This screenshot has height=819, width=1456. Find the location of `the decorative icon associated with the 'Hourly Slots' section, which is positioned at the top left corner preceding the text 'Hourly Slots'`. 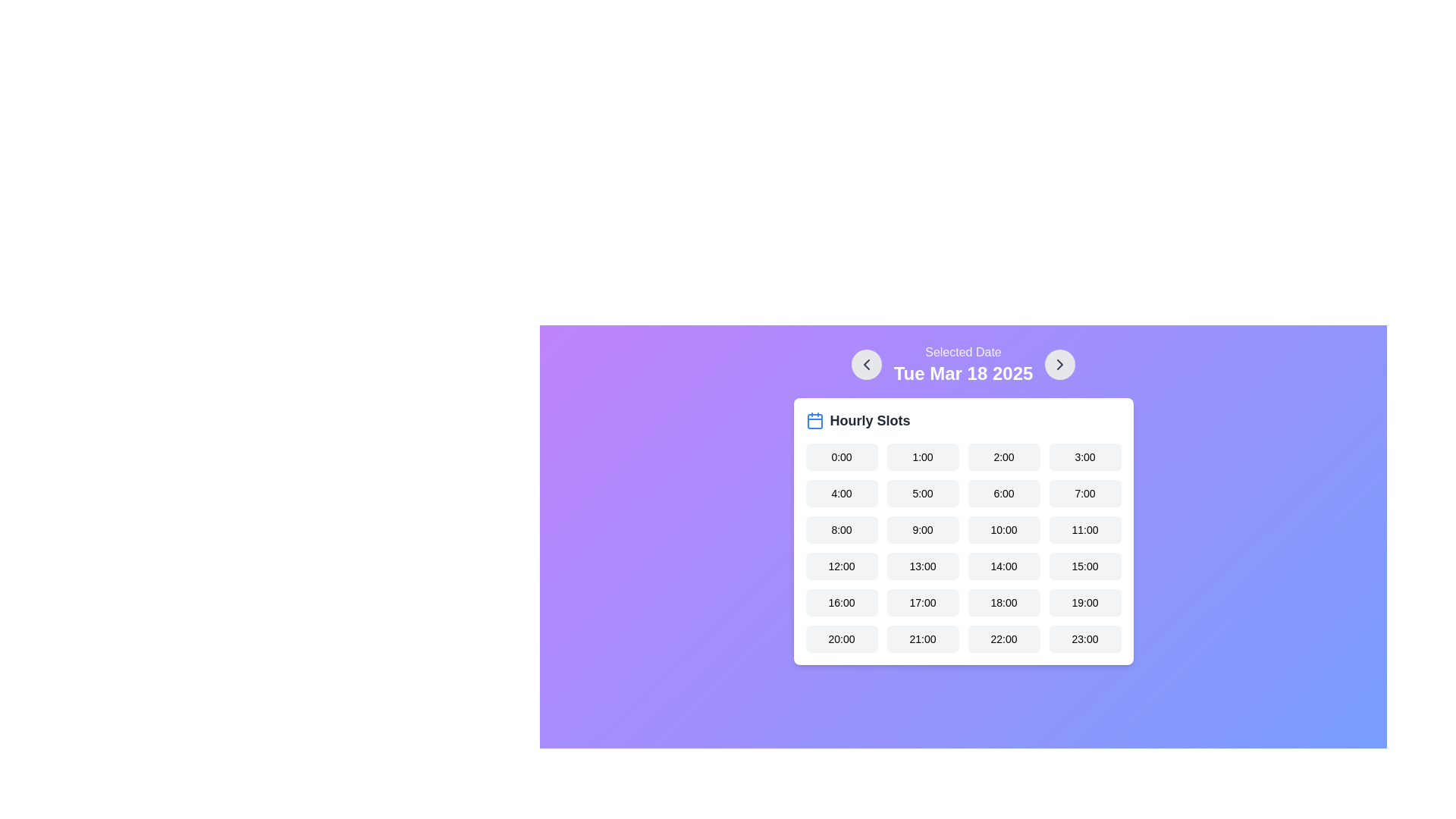

the decorative icon associated with the 'Hourly Slots' section, which is positioned at the top left corner preceding the text 'Hourly Slots' is located at coordinates (814, 421).